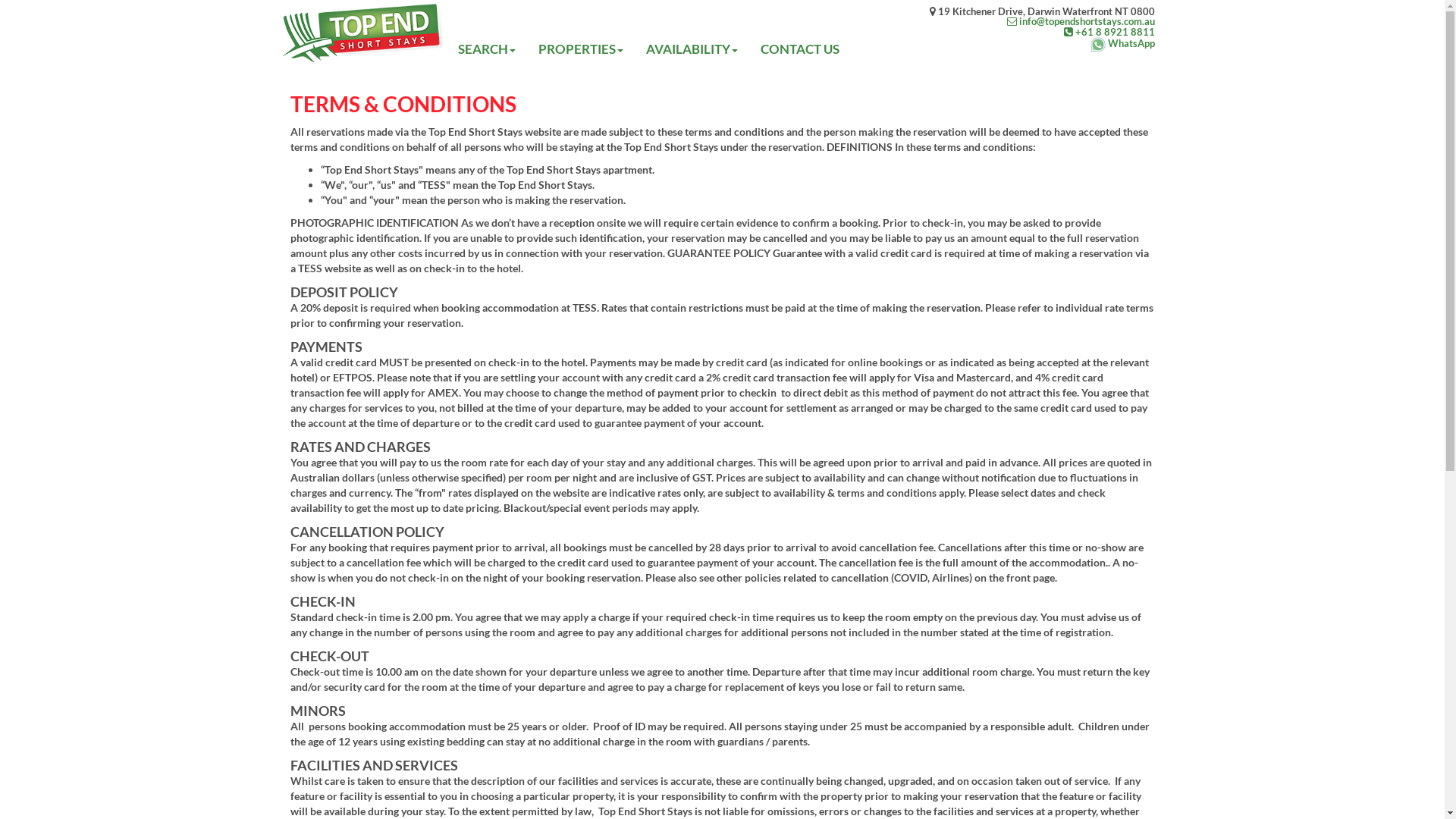 This screenshot has width=1456, height=819. Describe the element at coordinates (1041, 21) in the screenshot. I see `'info@topendshortstays.com.au'` at that location.